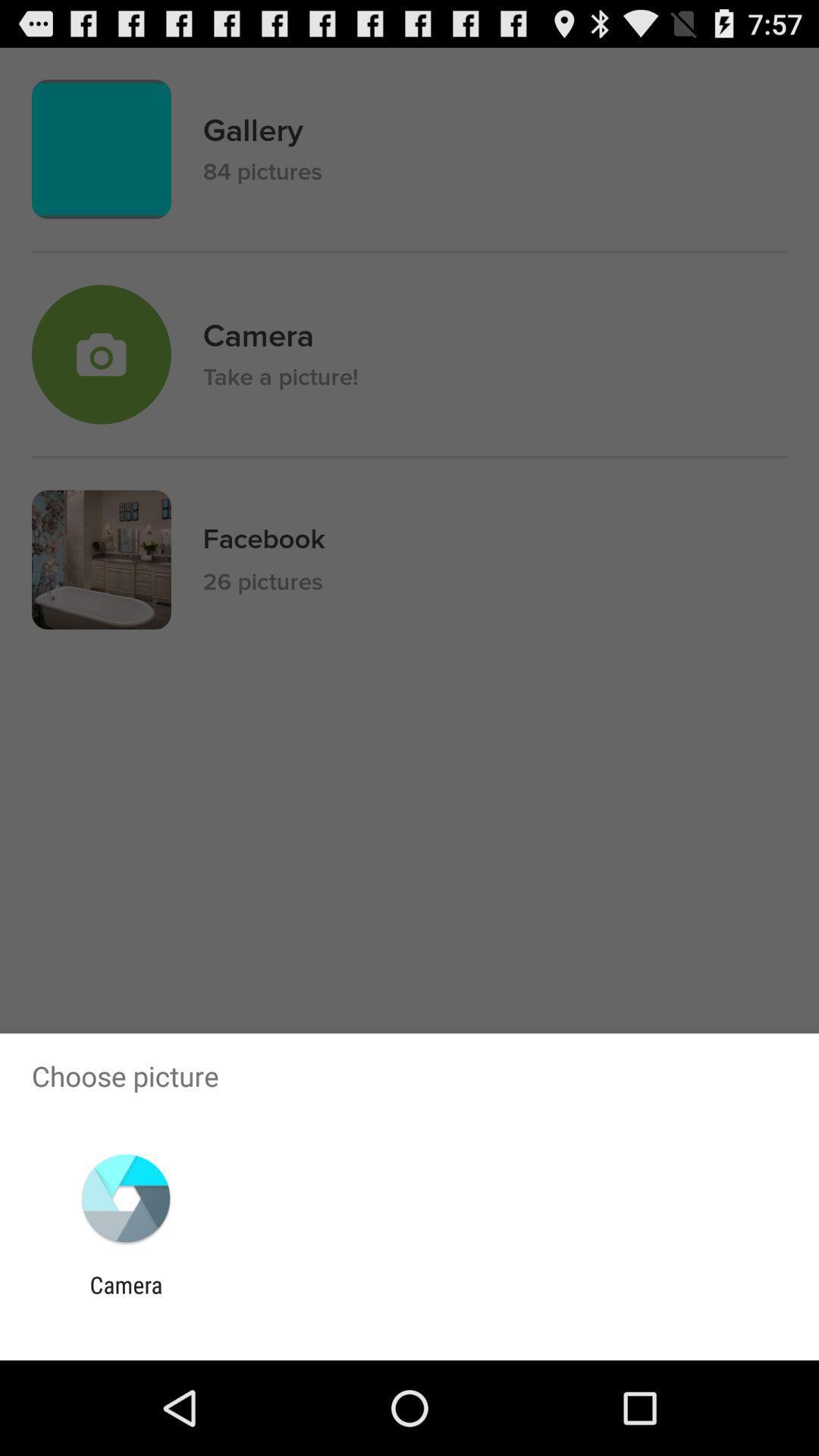 The width and height of the screenshot is (819, 1456). Describe the element at coordinates (125, 1197) in the screenshot. I see `app above the camera item` at that location.